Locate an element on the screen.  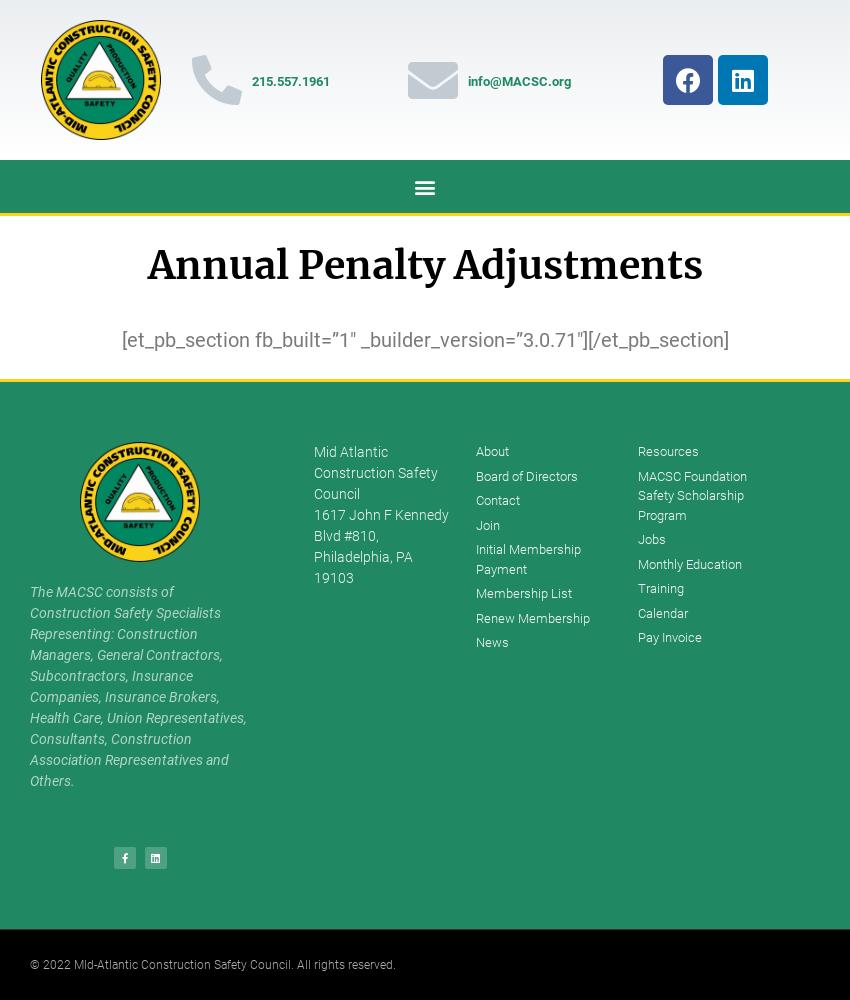
'Membership List' is located at coordinates (474, 592).